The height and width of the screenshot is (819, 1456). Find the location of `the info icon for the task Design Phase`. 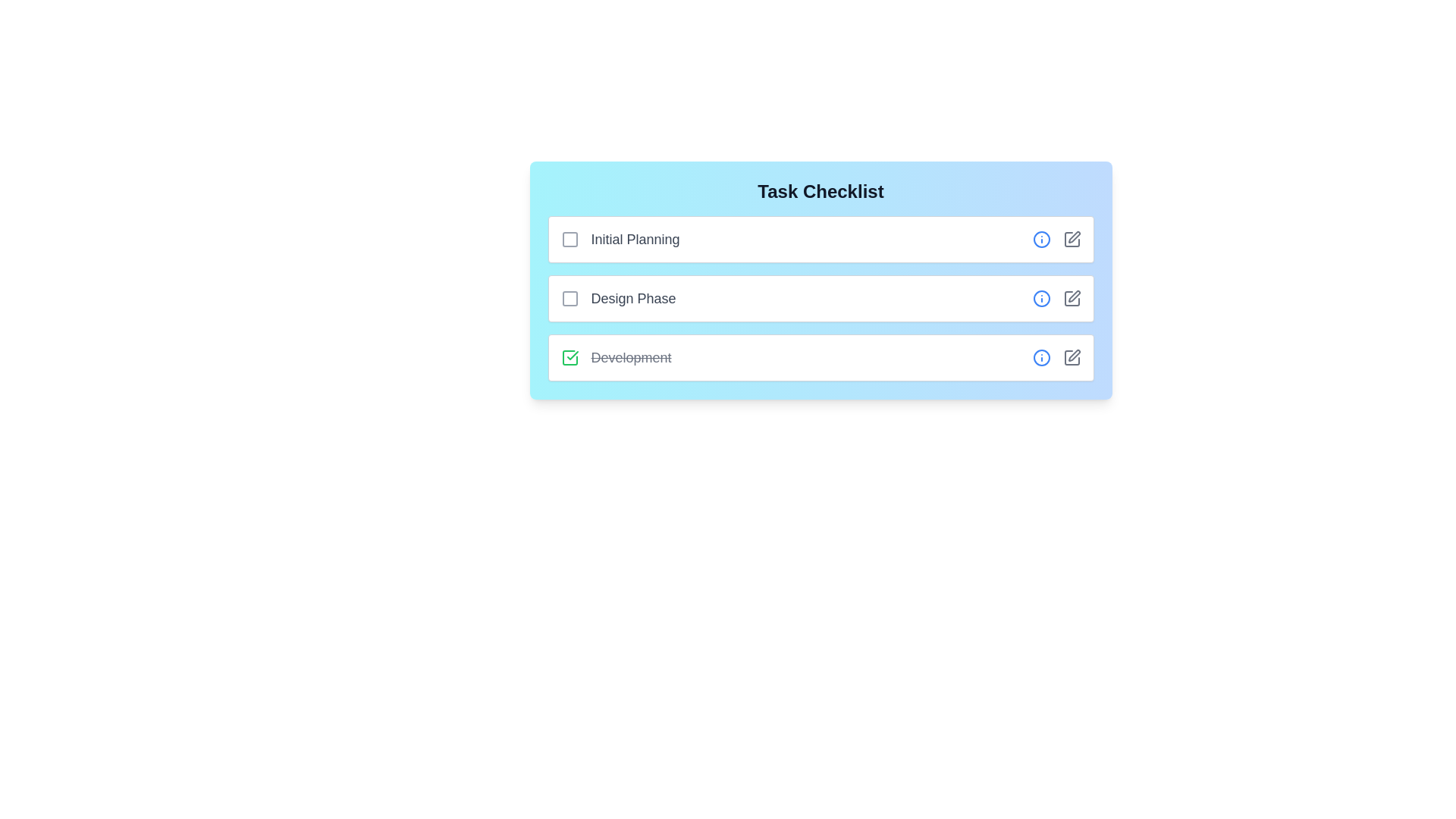

the info icon for the task Design Phase is located at coordinates (1040, 298).